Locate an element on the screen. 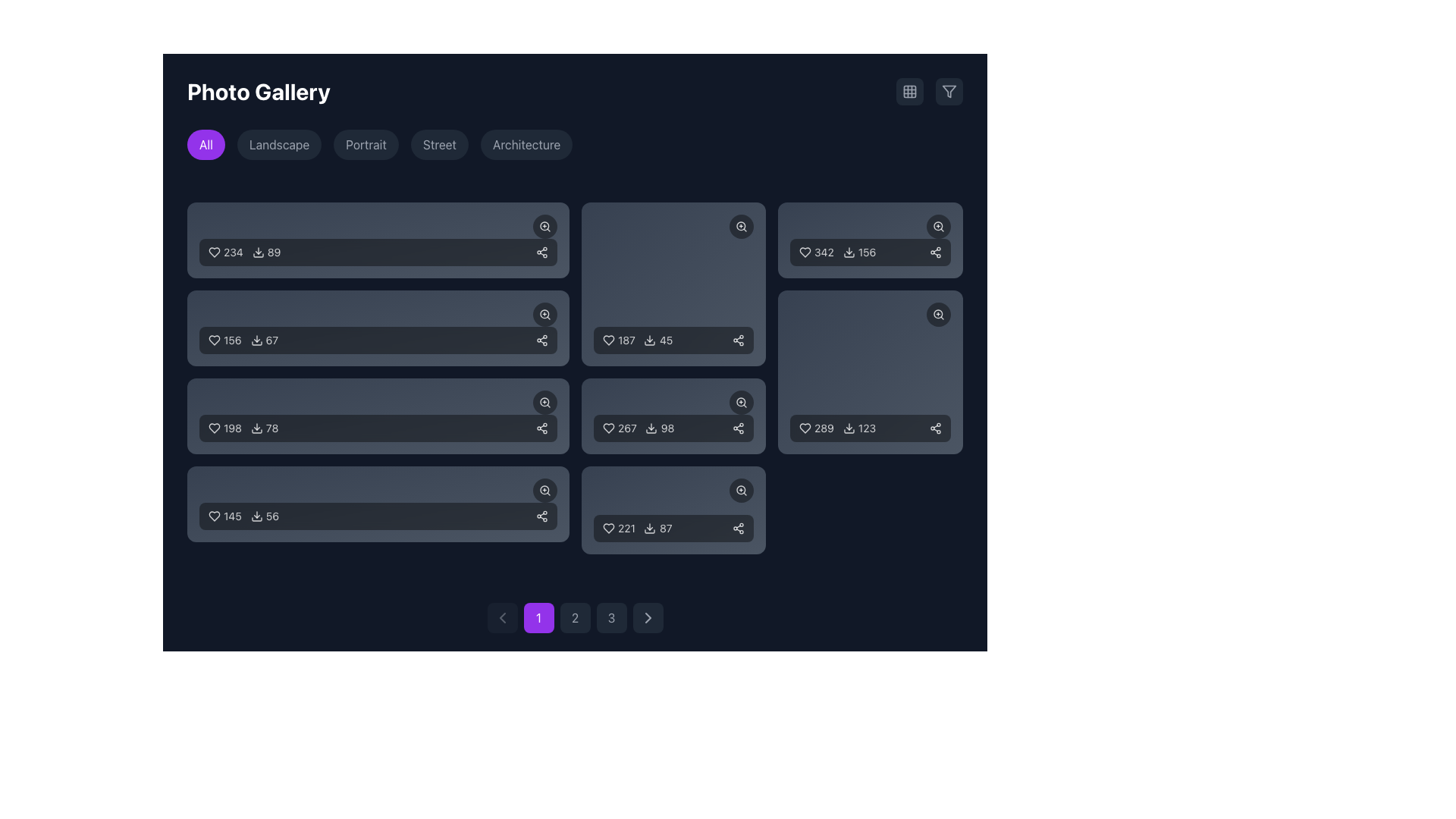 The image size is (1456, 819). value of the Text label displaying '89', which is styled with a small font and white color, located in the upper left section of the dark-themed user interface is located at coordinates (274, 251).